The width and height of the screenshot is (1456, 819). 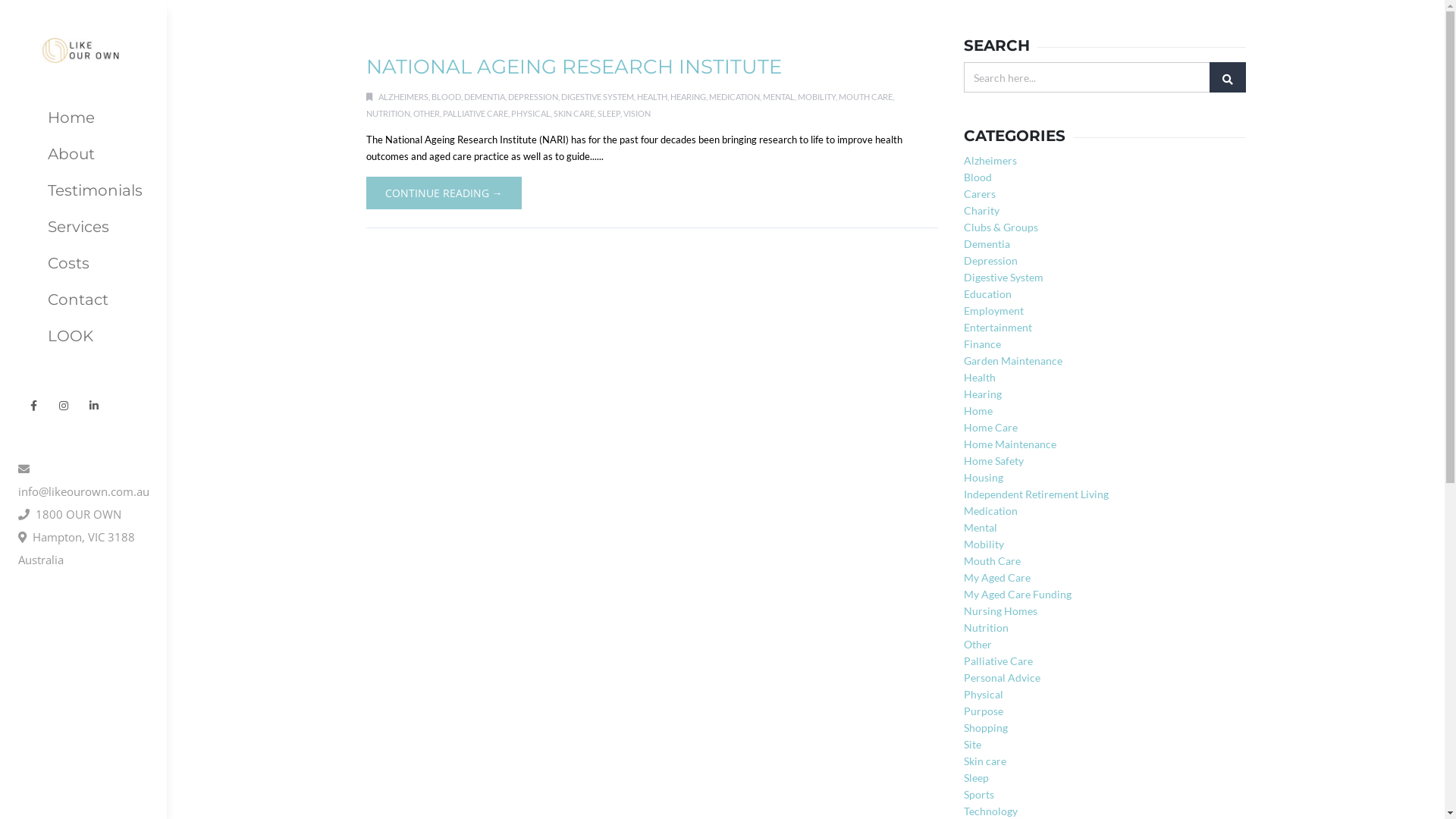 I want to click on 'ALZHEIMERS', so click(x=403, y=96).